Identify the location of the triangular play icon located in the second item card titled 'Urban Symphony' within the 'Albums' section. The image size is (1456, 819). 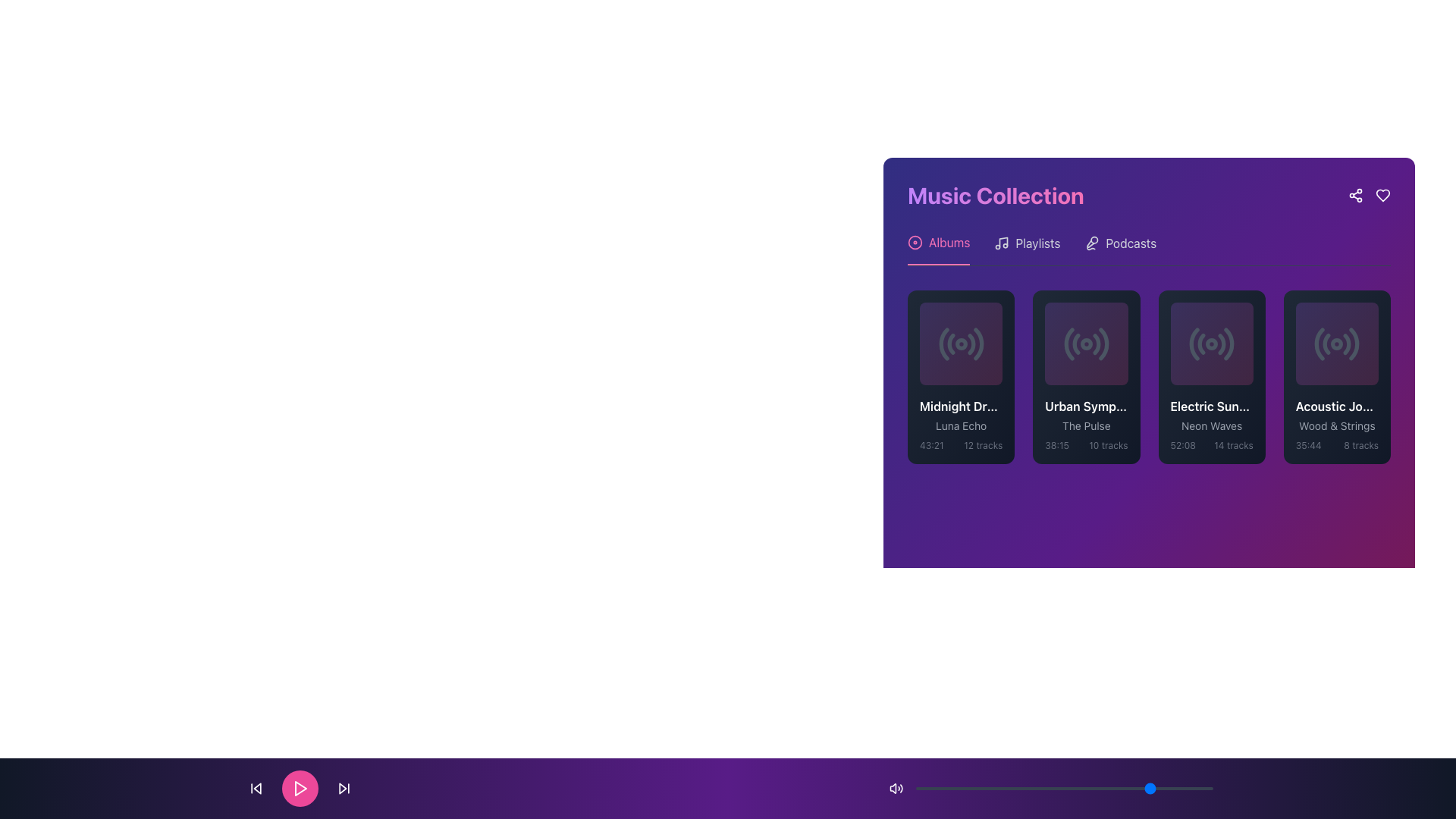
(1086, 344).